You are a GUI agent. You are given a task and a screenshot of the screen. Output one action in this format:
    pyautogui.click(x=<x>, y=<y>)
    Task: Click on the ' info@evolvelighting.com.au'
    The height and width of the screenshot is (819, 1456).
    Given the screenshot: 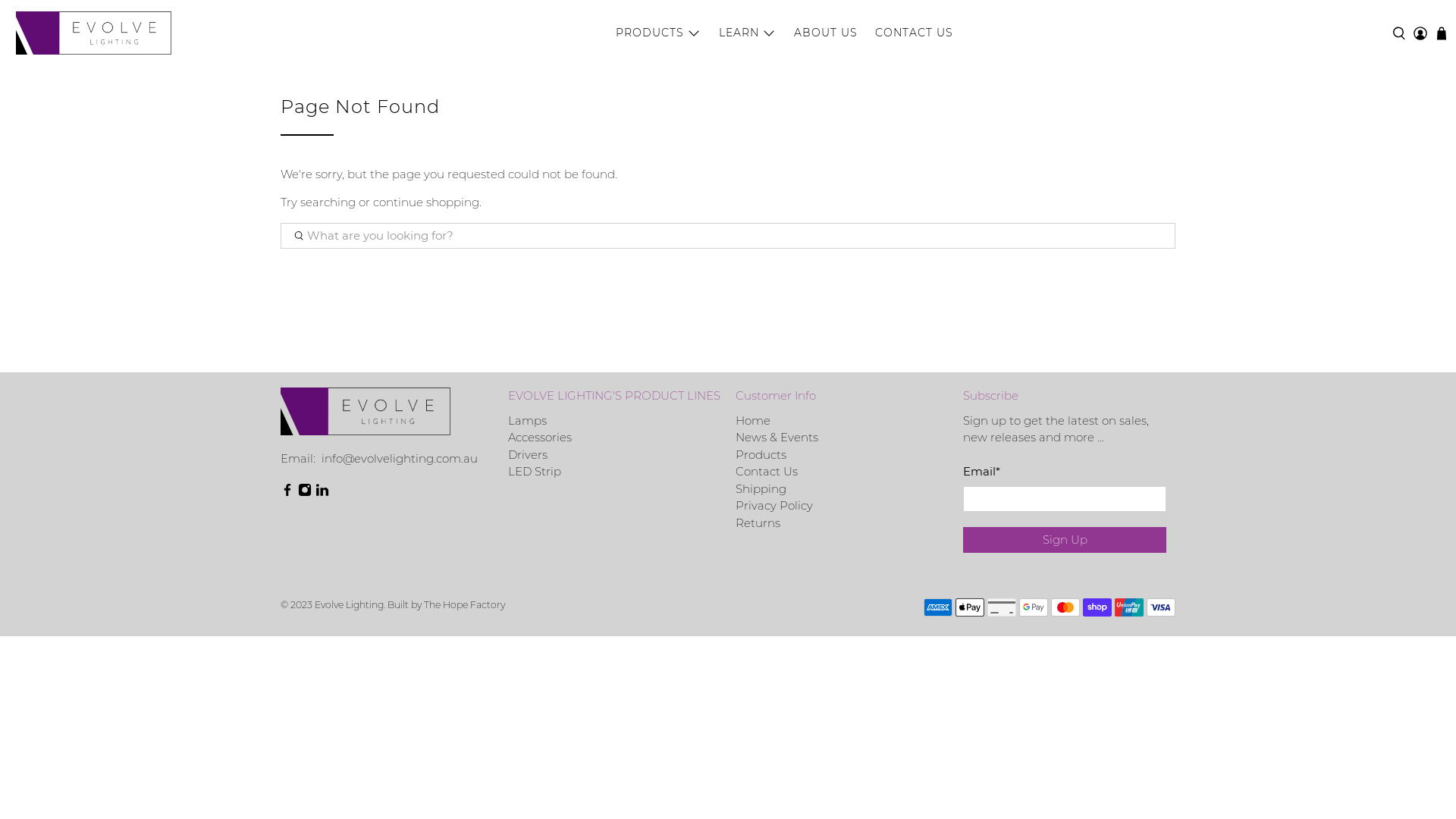 What is the action you would take?
    pyautogui.click(x=397, y=457)
    